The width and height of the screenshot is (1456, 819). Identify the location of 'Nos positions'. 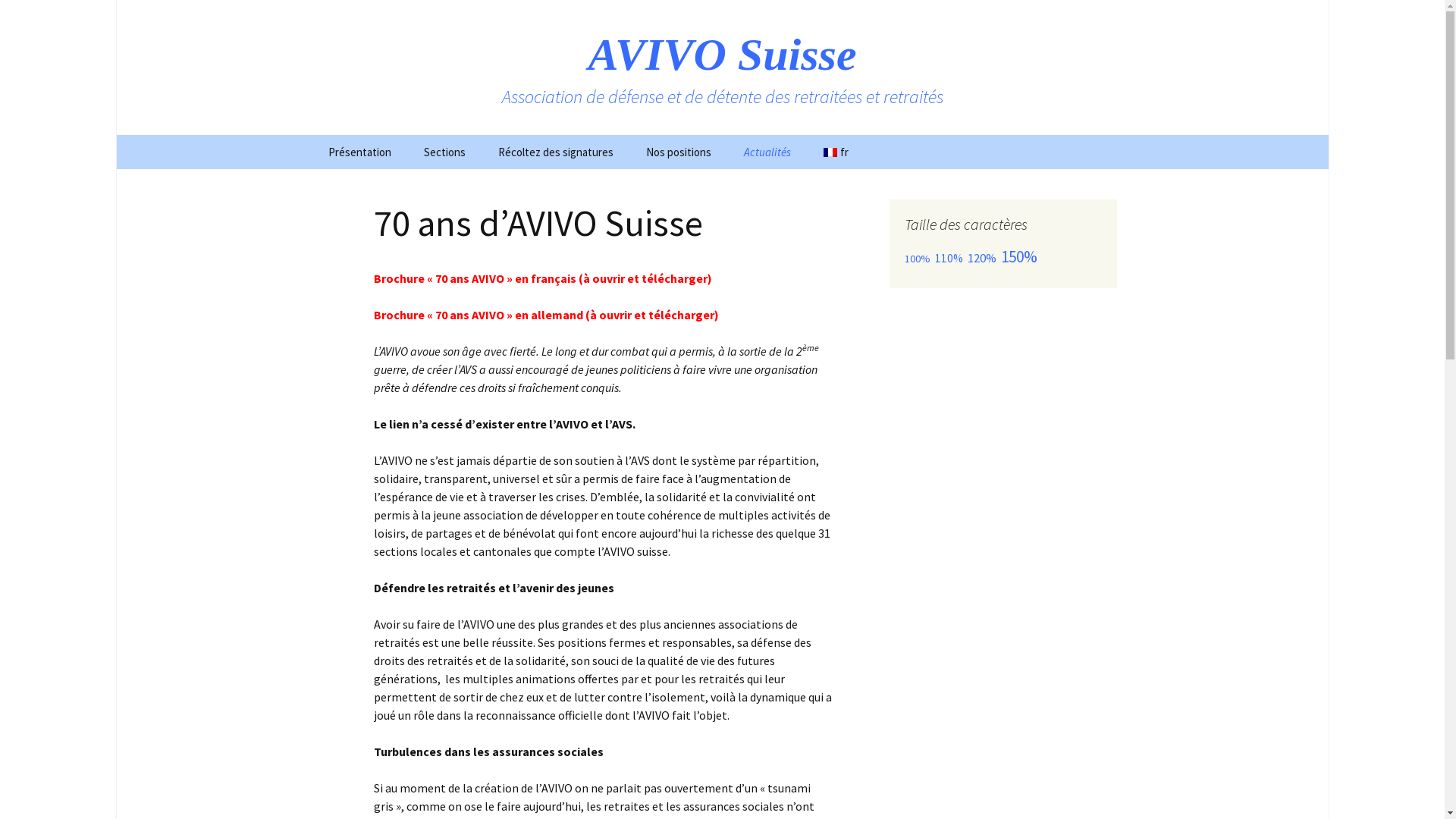
(677, 152).